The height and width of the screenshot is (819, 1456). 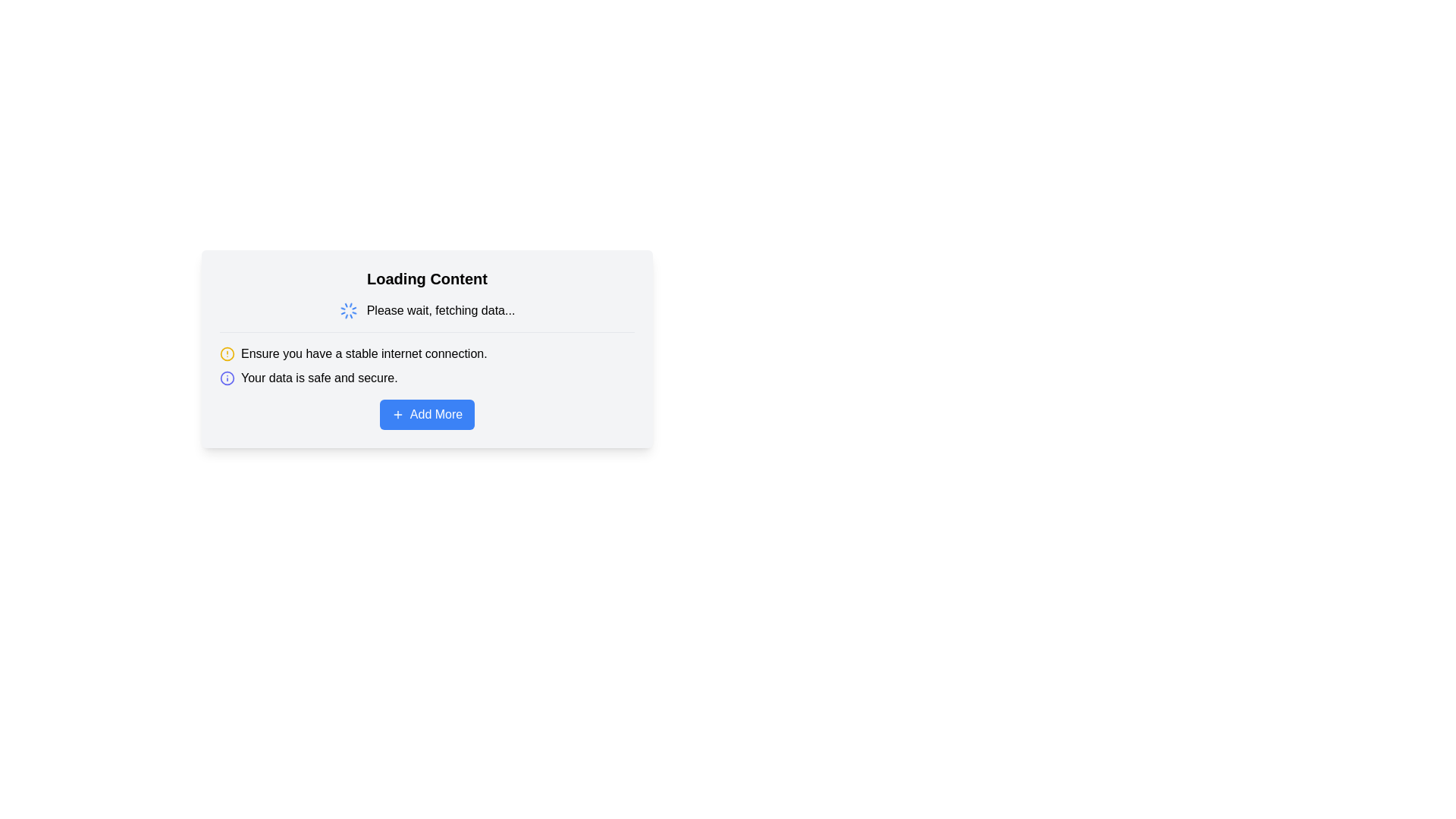 What do you see at coordinates (226, 353) in the screenshot?
I see `the warning icon located to the left of the text 'Ensure you have a stable internet connection.' in the message block below the 'Loading Content' header` at bounding box center [226, 353].